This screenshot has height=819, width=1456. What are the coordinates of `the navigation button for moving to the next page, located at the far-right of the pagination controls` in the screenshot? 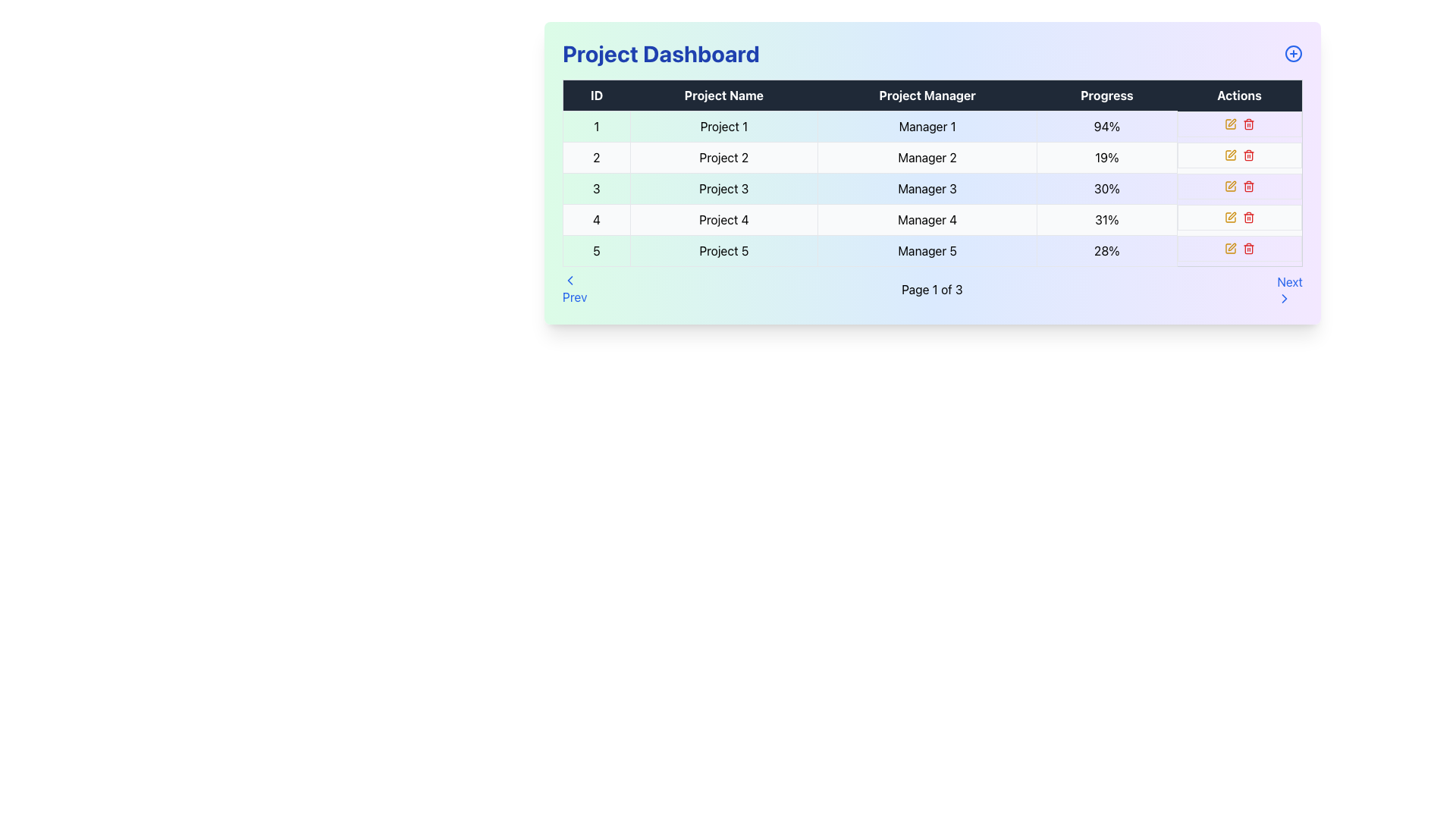 It's located at (1289, 289).